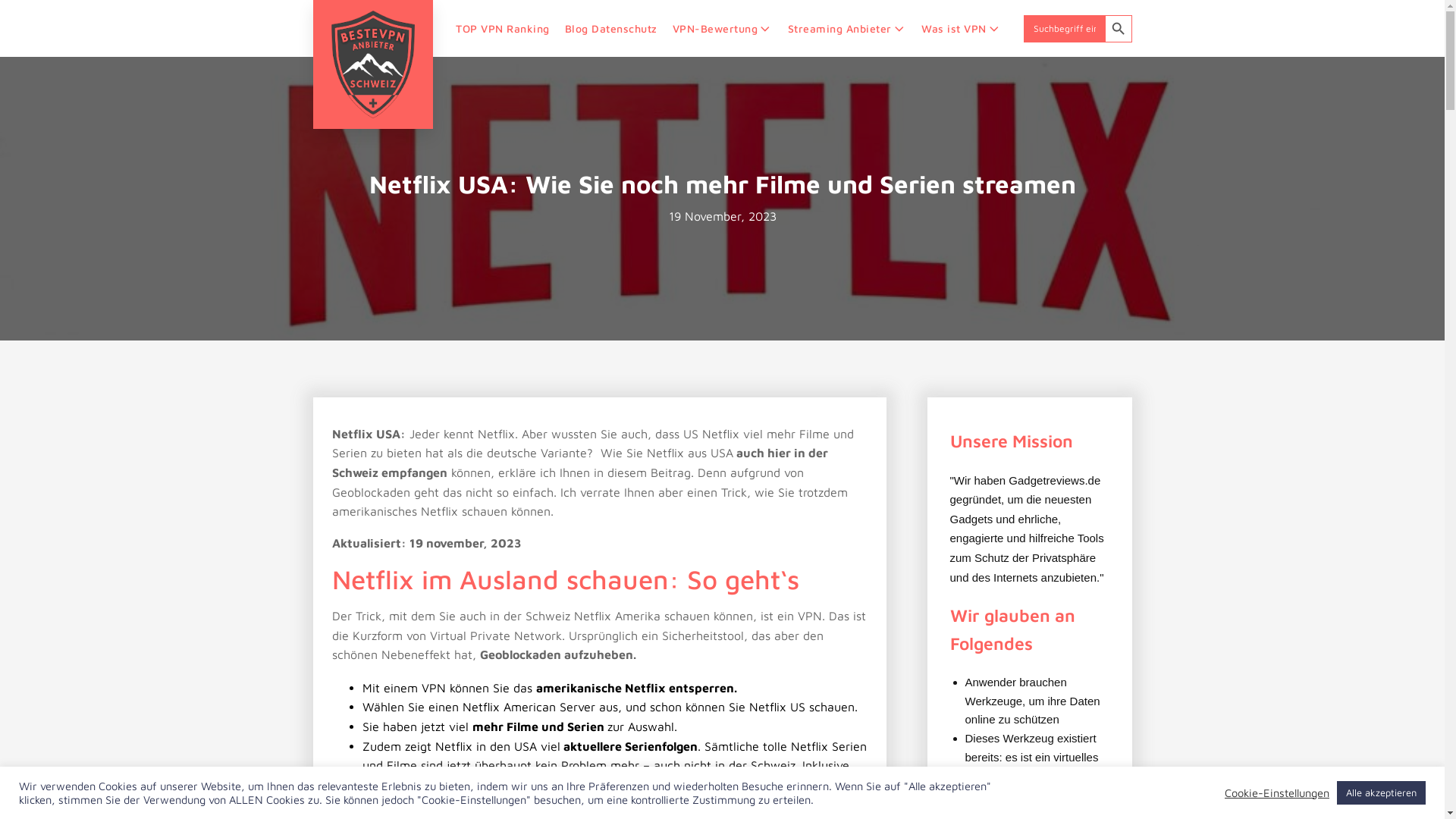  Describe the element at coordinates (502, 28) in the screenshot. I see `'TOP VPN Ranking'` at that location.